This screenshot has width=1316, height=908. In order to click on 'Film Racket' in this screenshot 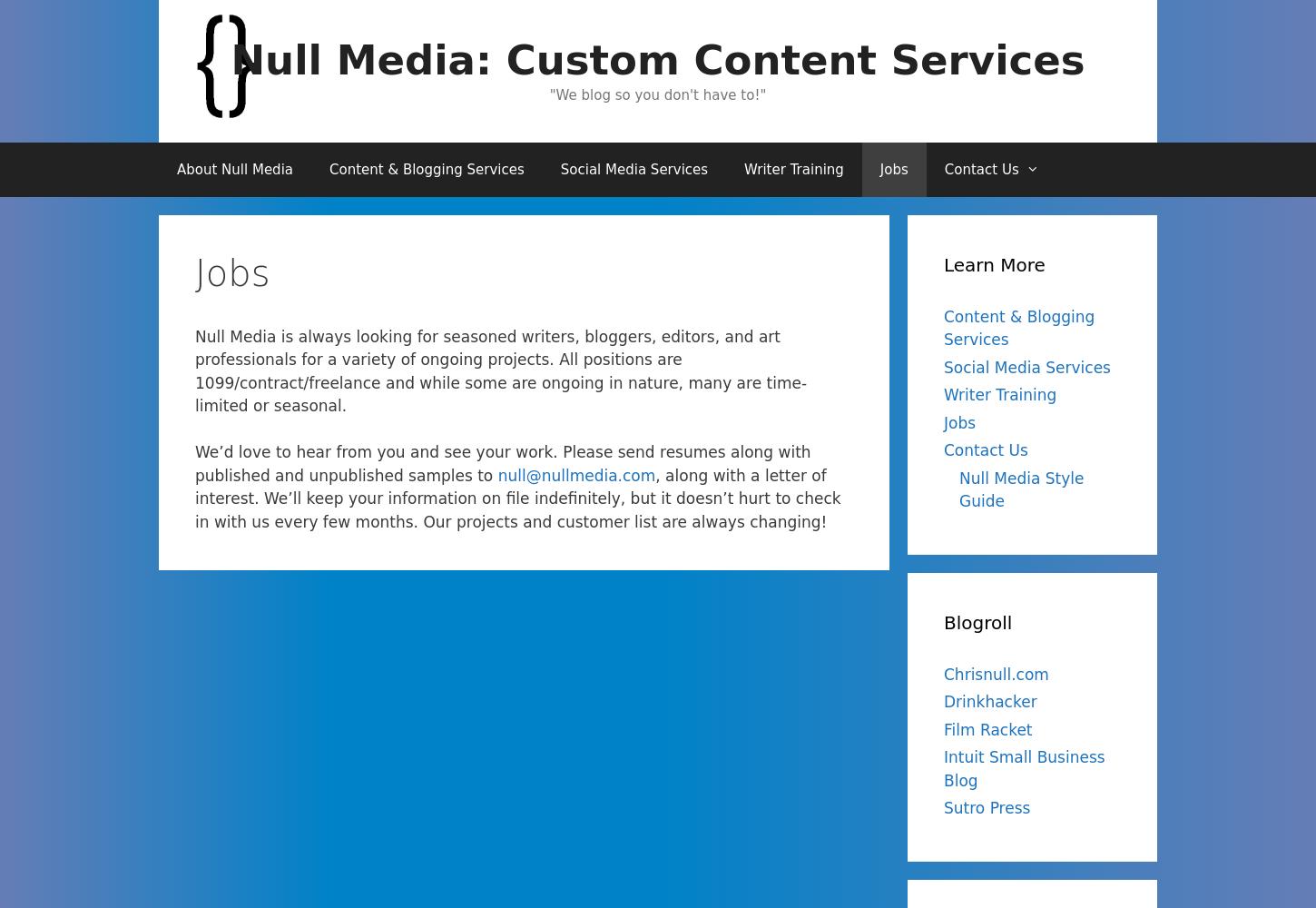, I will do `click(987, 729)`.